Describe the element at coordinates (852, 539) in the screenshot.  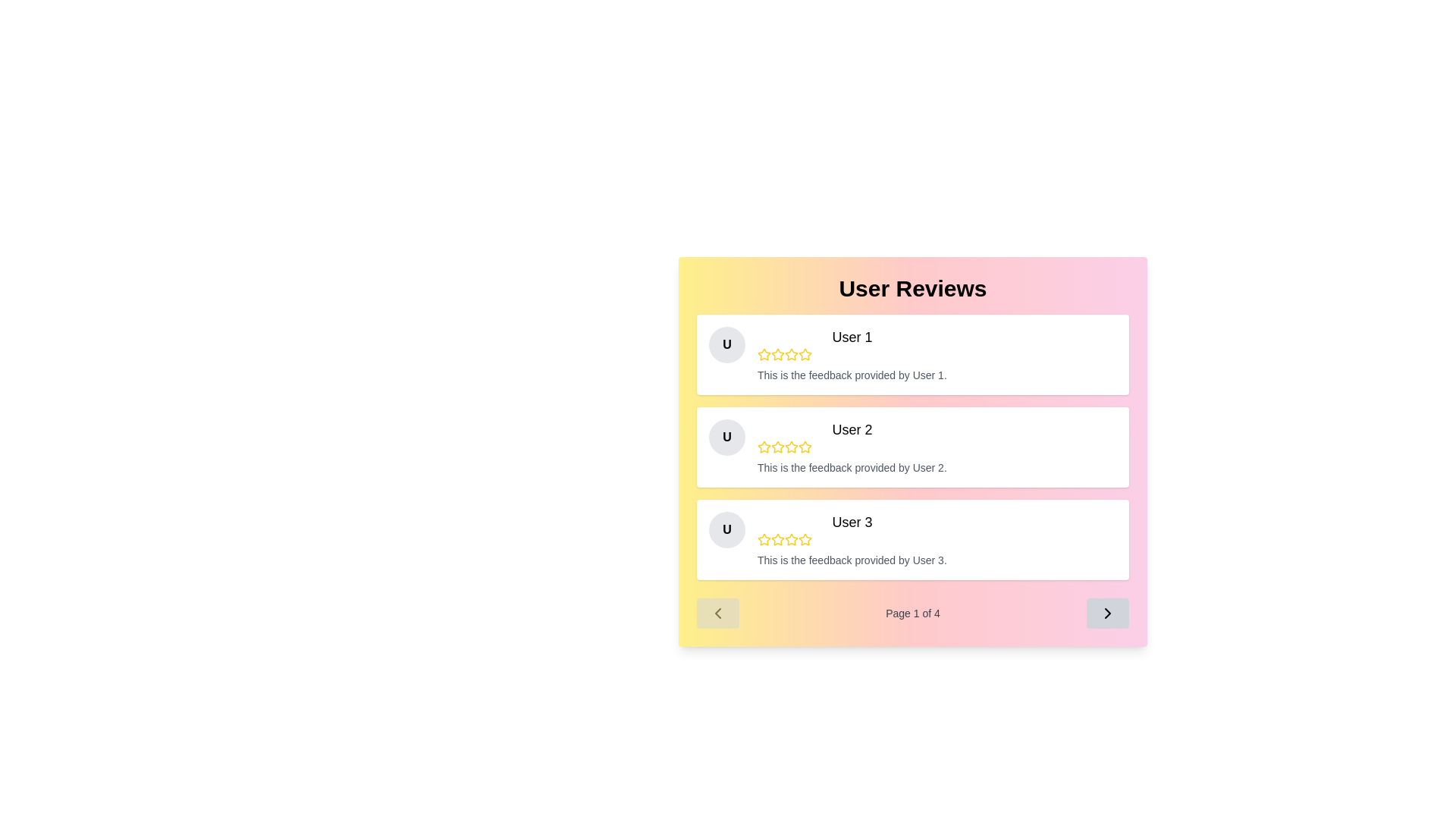
I see `the rating stars represented by five yellow star icons located below the header 'User 3' and above the feedback text` at that location.